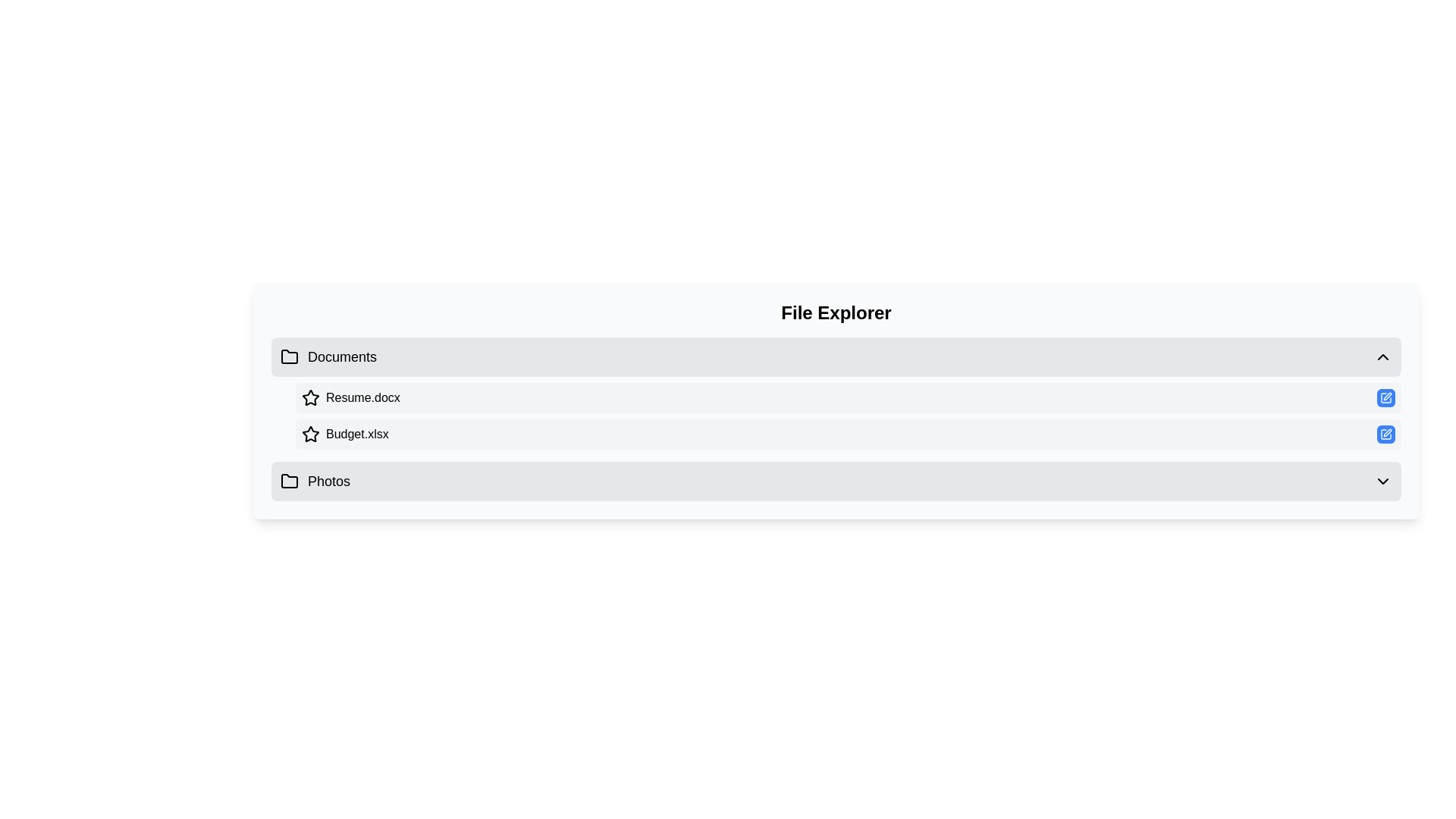  What do you see at coordinates (1387, 432) in the screenshot?
I see `the edit or pen icon located on the far right of the second row in the file explorer interface, which features a diagonal pen line overlaying a square background` at bounding box center [1387, 432].